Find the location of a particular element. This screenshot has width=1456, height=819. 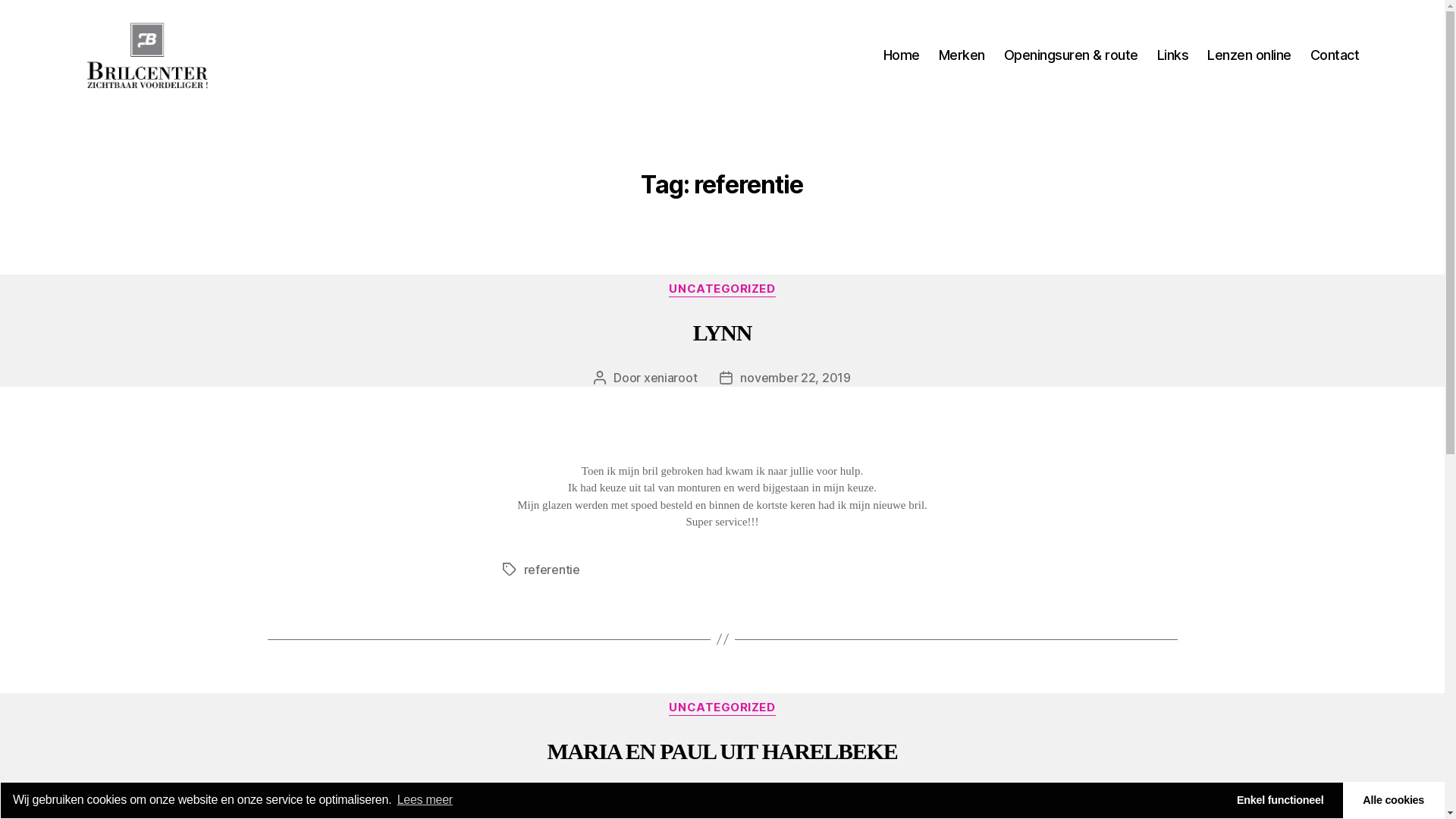

'Alle cookies' is located at coordinates (1393, 799).